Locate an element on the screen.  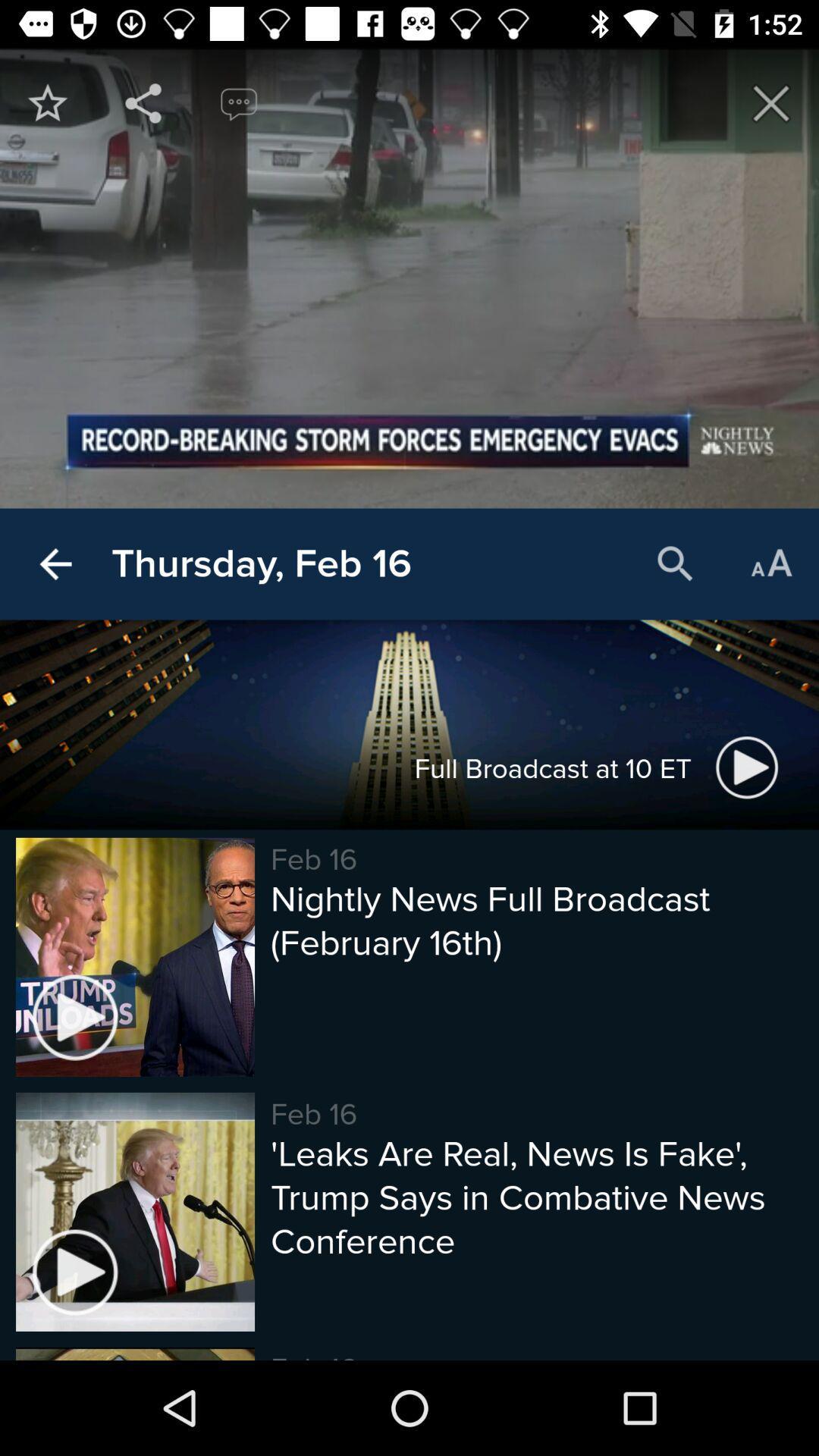
bookmark story is located at coordinates (46, 102).